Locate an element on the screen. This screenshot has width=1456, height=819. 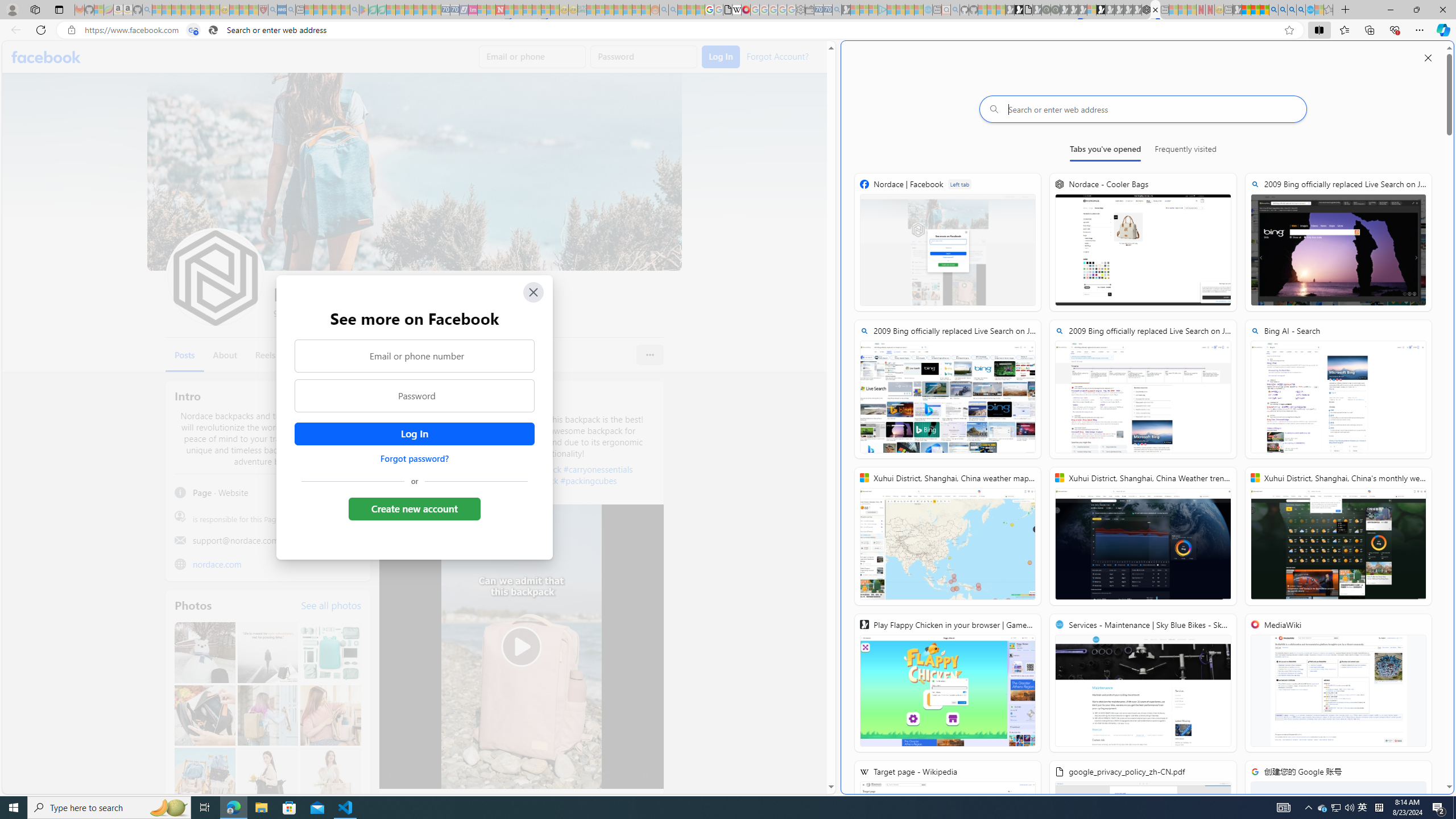
'Robert H. Shmerling, MD - Harvard Health - Sleeping' is located at coordinates (263, 9).